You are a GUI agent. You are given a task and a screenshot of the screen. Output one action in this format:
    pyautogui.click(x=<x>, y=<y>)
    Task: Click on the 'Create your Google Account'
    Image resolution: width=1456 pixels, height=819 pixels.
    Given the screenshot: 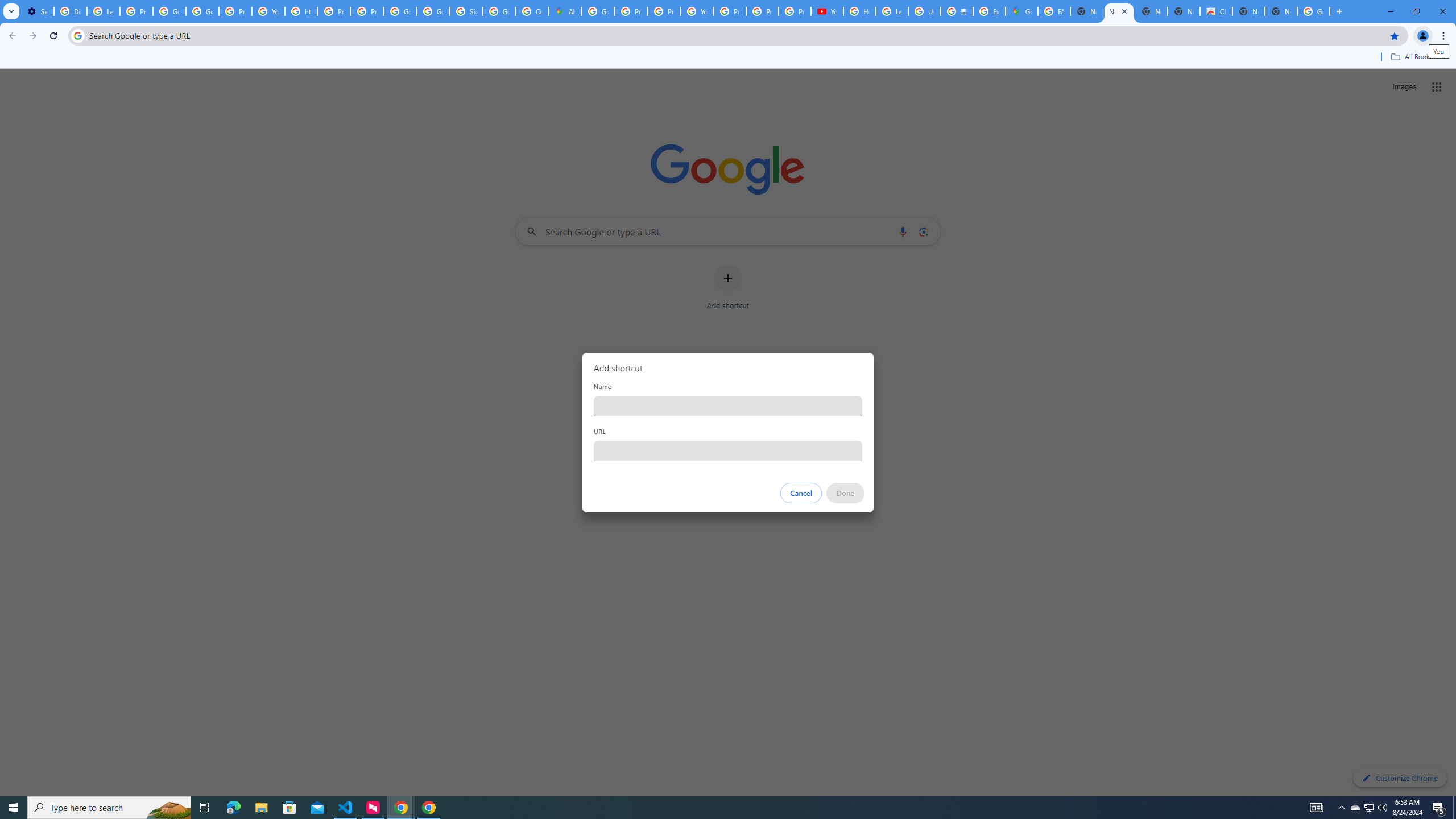 What is the action you would take?
    pyautogui.click(x=531, y=11)
    